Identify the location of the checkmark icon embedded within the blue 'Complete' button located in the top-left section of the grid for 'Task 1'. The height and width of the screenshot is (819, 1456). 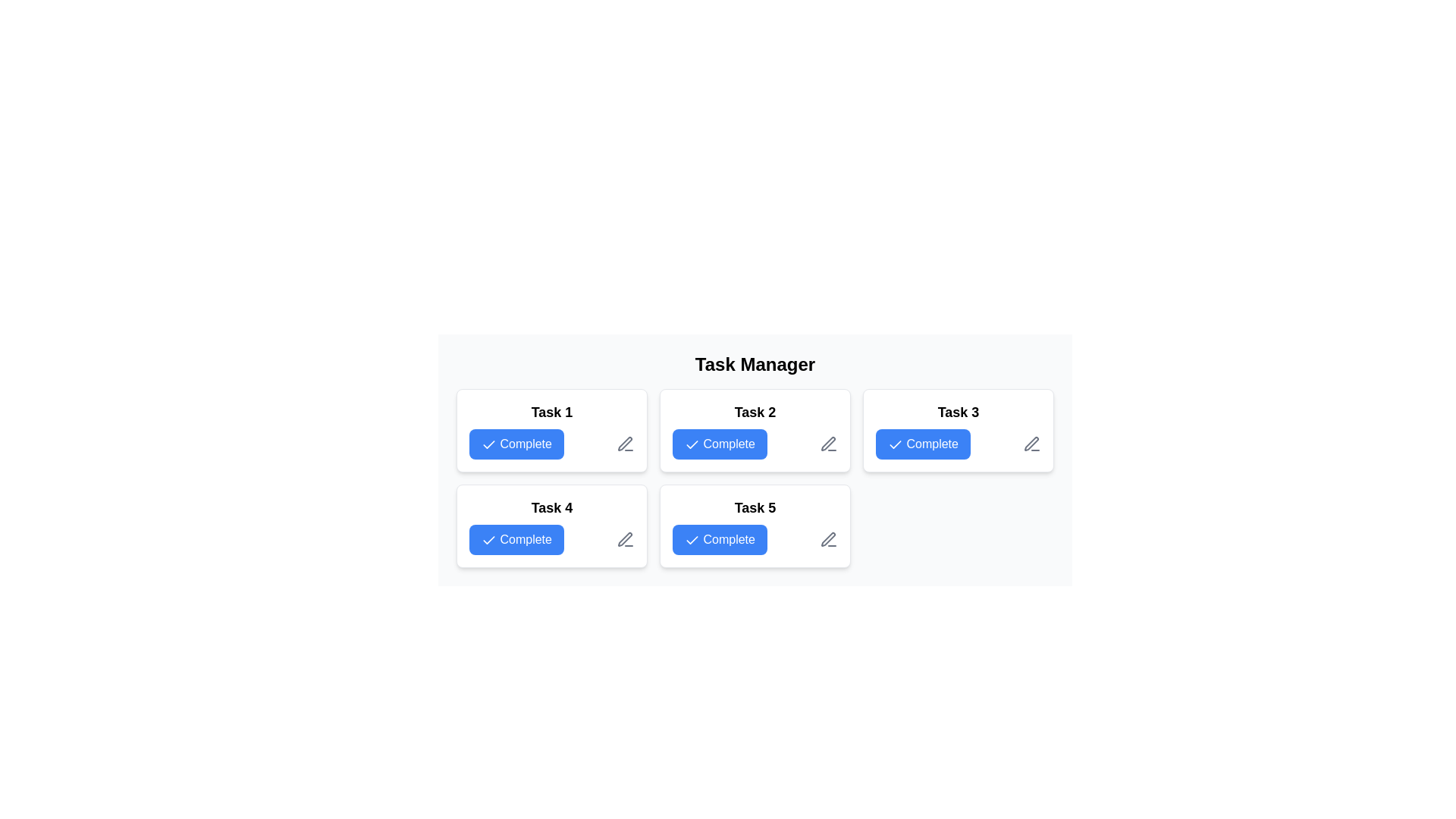
(488, 444).